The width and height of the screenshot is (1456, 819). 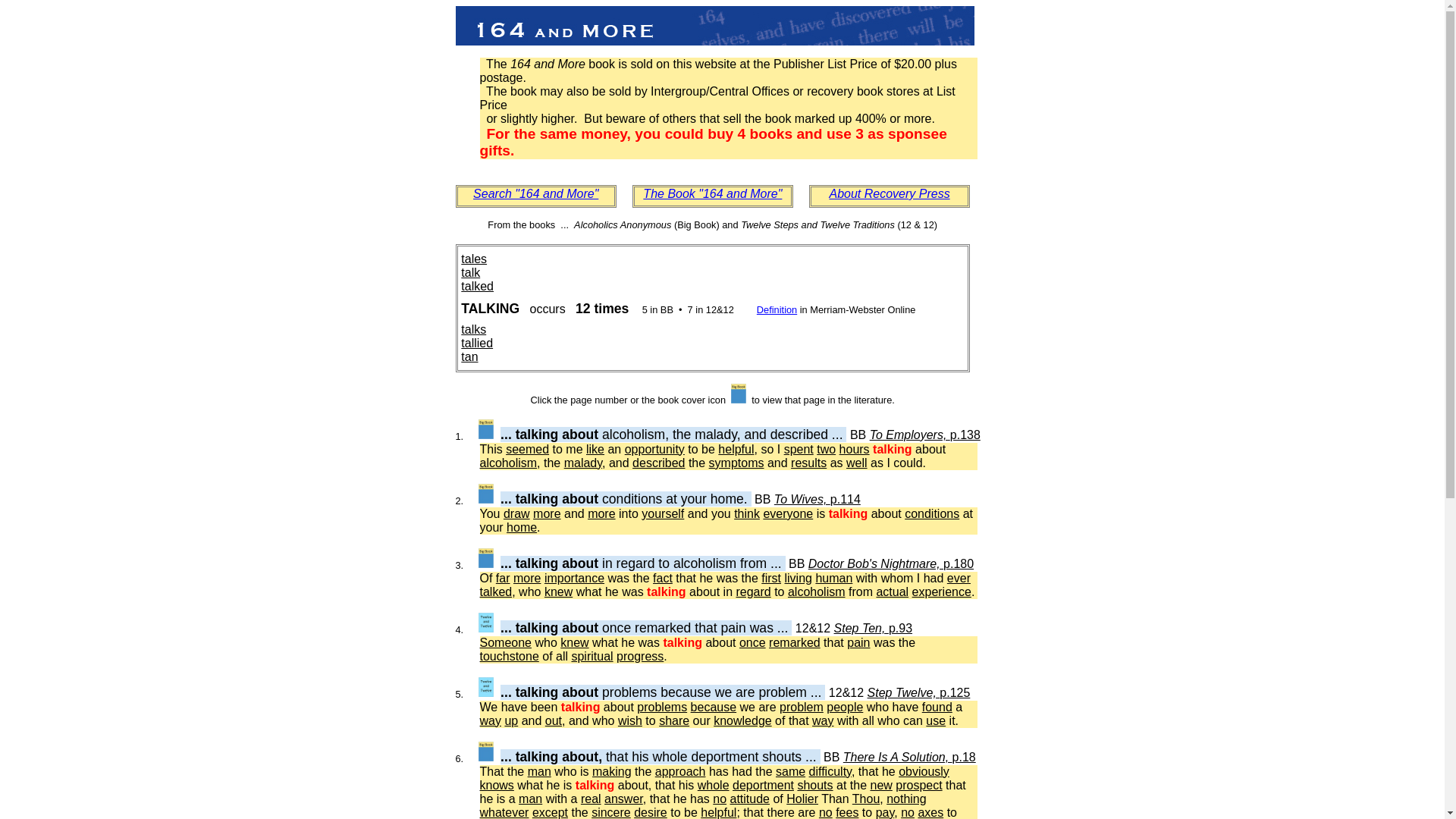 I want to click on 'tallied', so click(x=460, y=343).